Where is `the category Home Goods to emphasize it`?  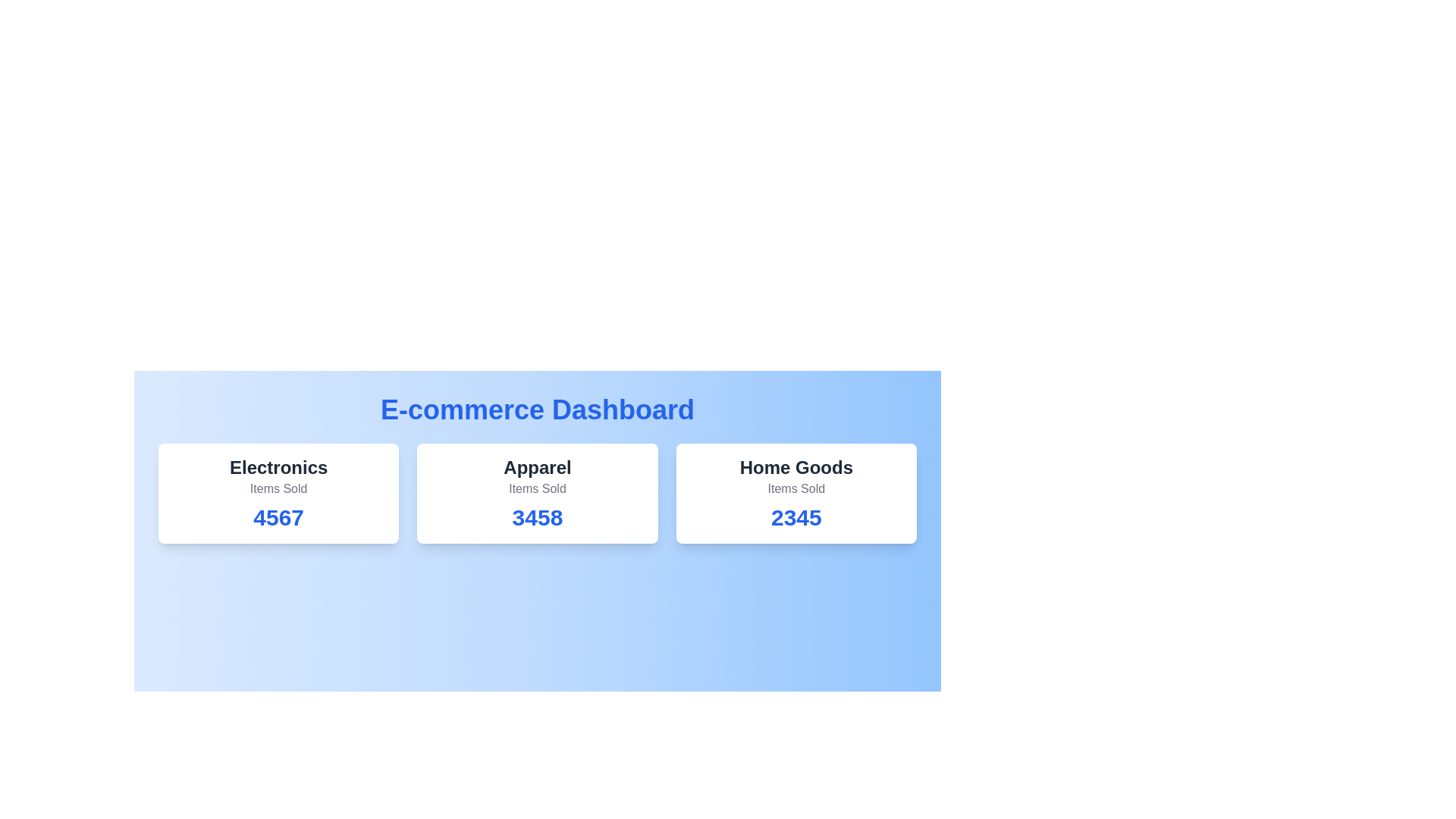
the category Home Goods to emphasize it is located at coordinates (795, 467).